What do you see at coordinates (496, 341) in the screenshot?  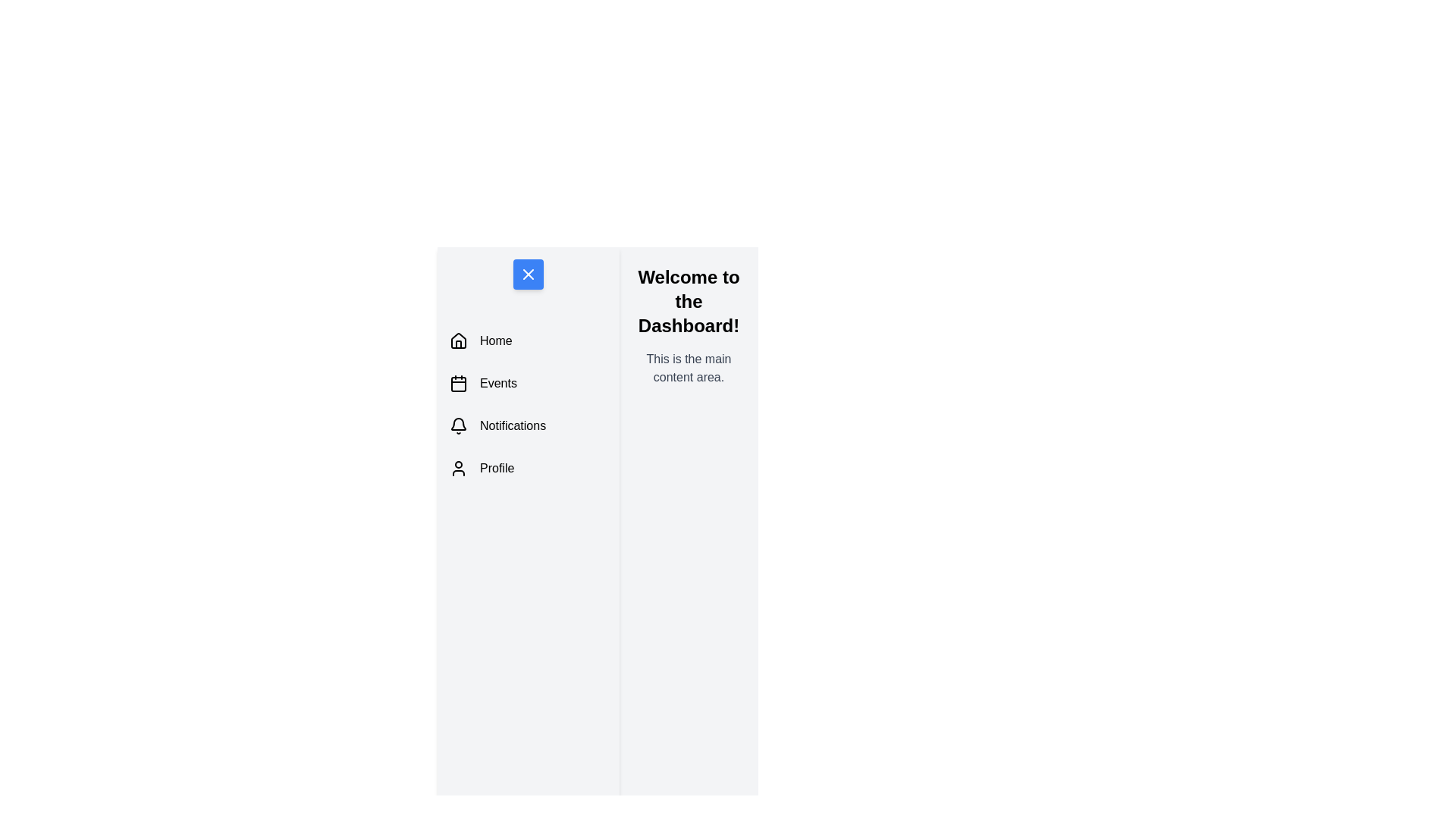 I see `the text label reading 'Home' in the vertical navigation menu, which is styled with a sans-serif font and positioned next to a house-shaped icon` at bounding box center [496, 341].